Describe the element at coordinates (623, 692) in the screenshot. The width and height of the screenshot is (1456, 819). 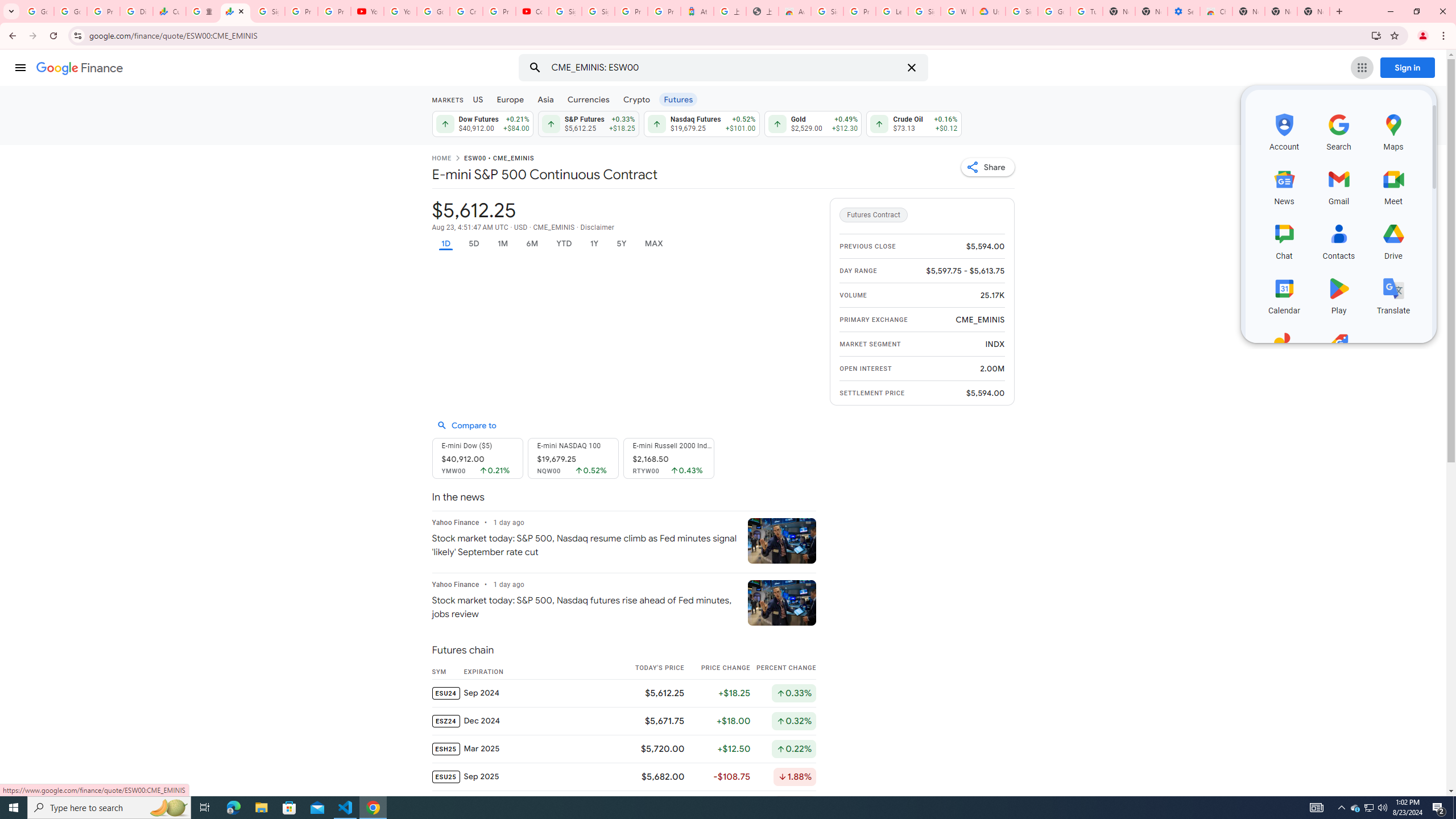
I see `'ESU24 Sep 2024 $5,612.25 +$18.25 Up by 0.33%'` at that location.